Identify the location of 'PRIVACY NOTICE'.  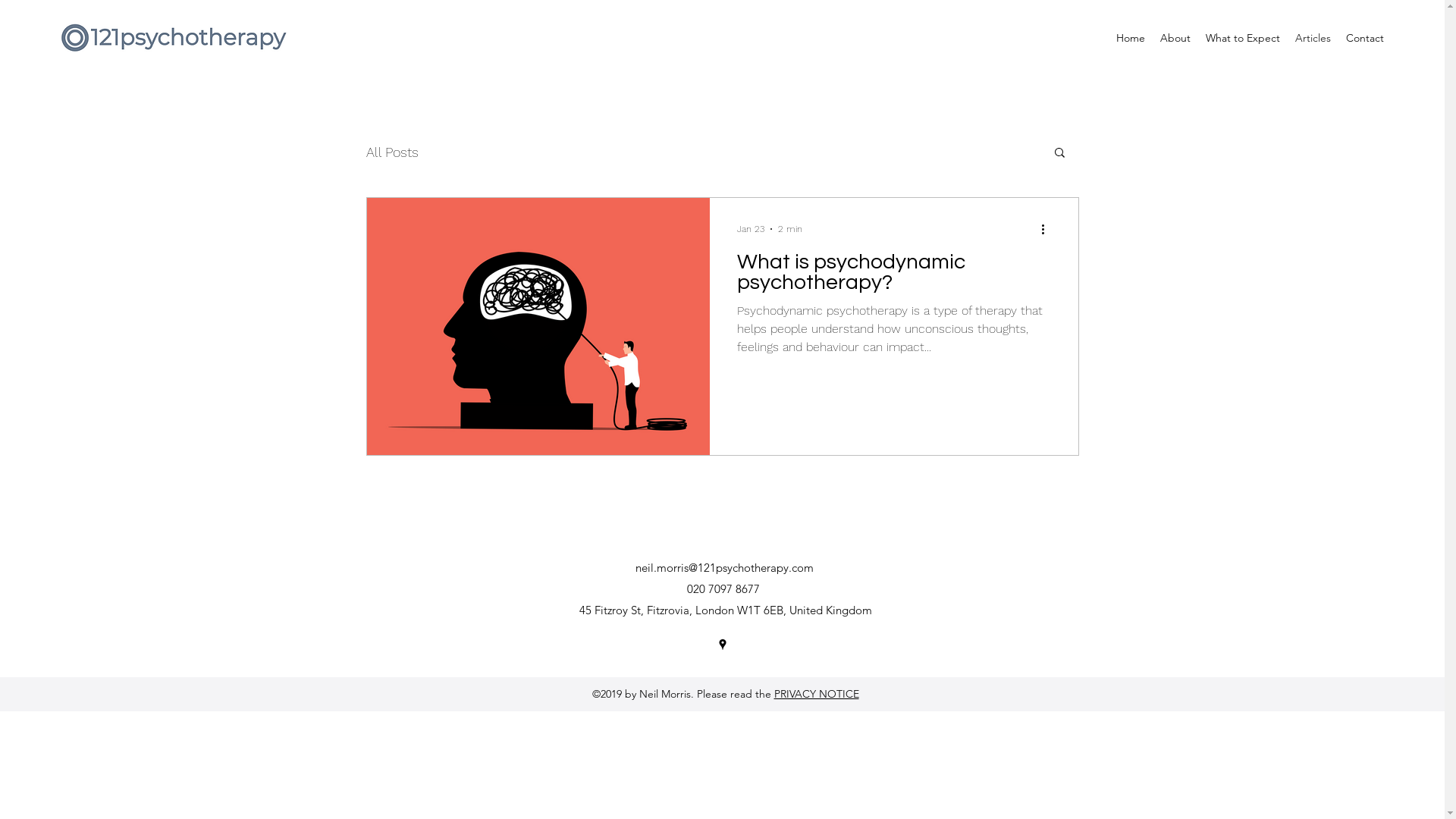
(814, 693).